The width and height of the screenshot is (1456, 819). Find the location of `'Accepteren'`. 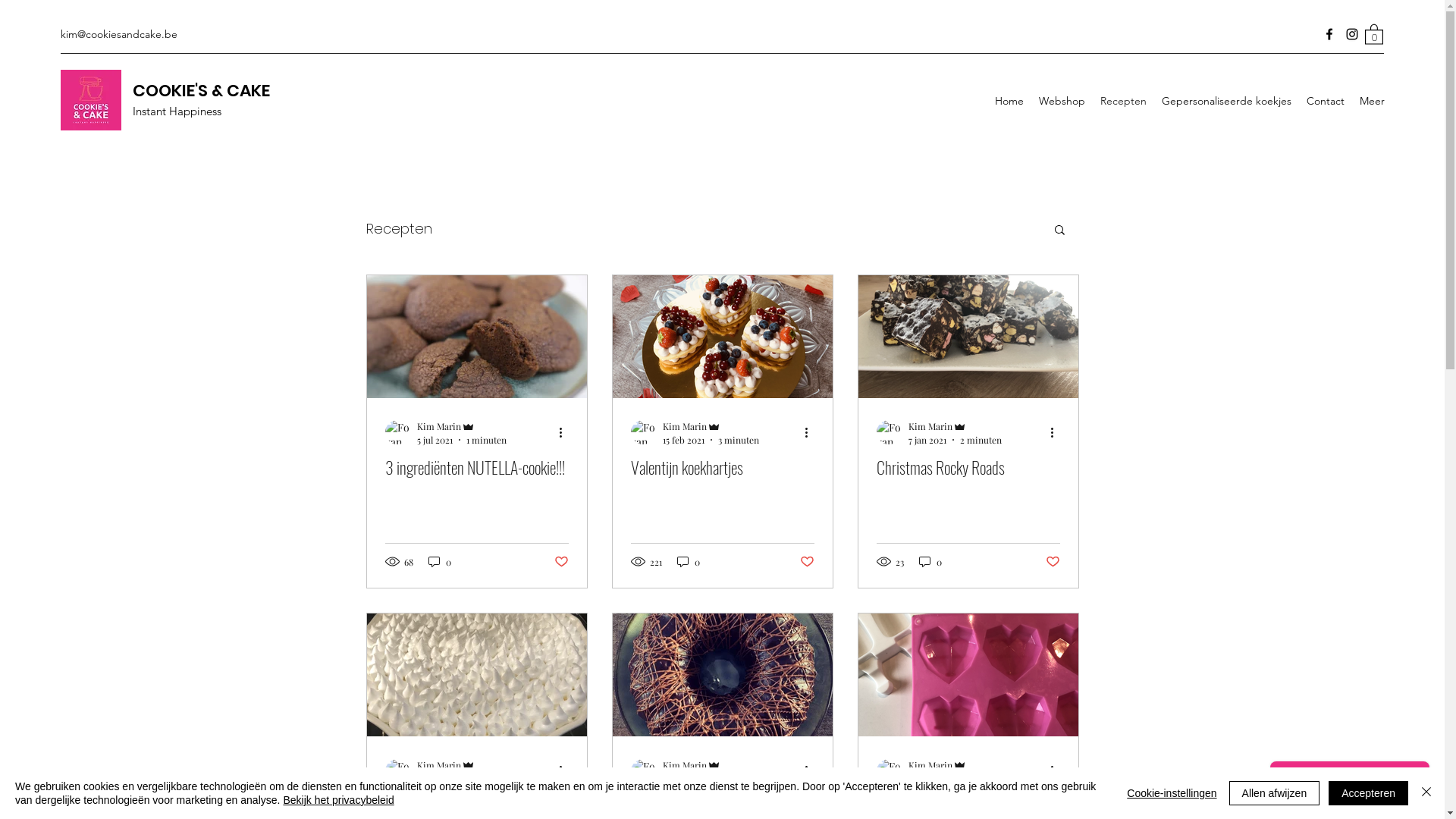

'Accepteren' is located at coordinates (1368, 792).